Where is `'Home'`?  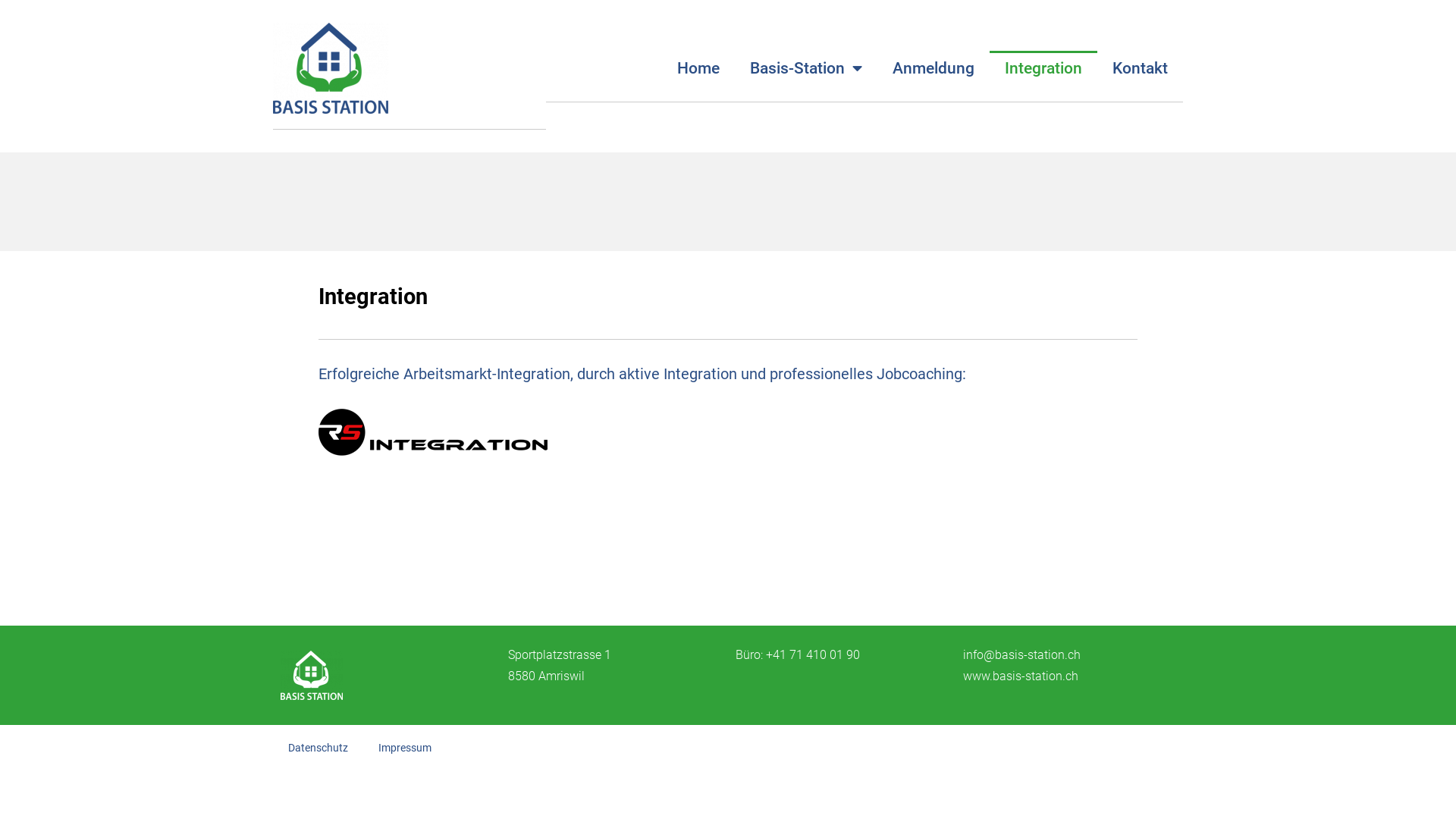 'Home' is located at coordinates (698, 67).